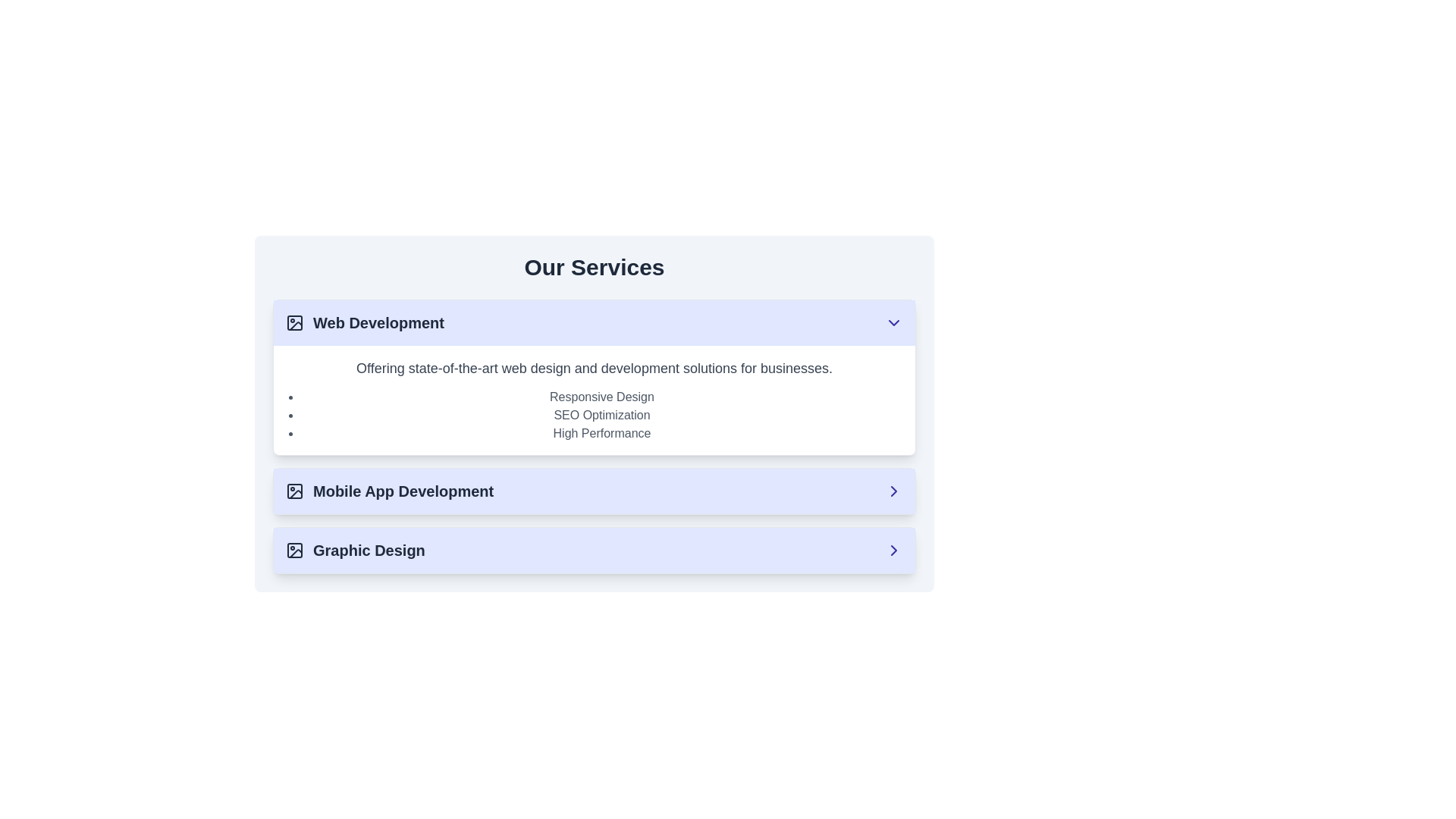 The image size is (1456, 819). I want to click on the chevron button at the far-right end of the 'Mobile App Development' row, so click(894, 491).